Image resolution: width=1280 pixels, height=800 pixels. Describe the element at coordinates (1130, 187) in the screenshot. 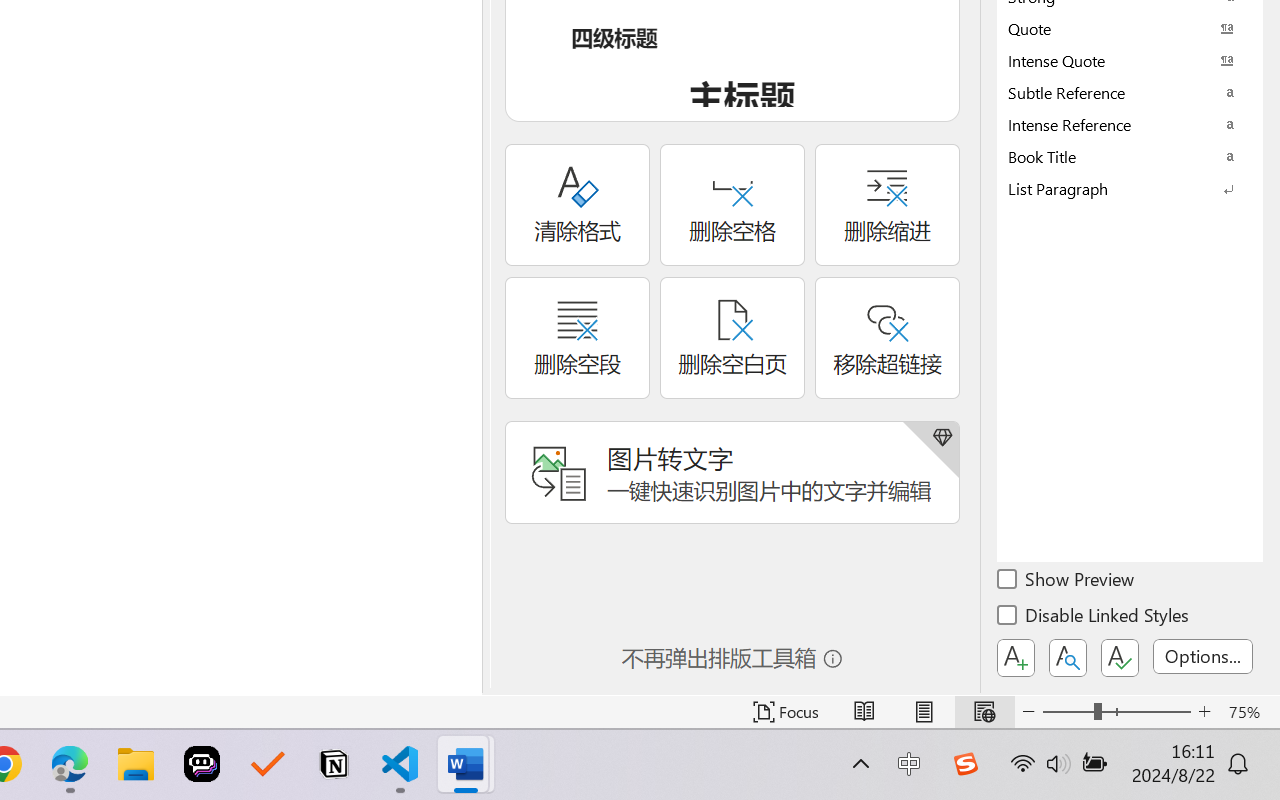

I see `'List Paragraph'` at that location.